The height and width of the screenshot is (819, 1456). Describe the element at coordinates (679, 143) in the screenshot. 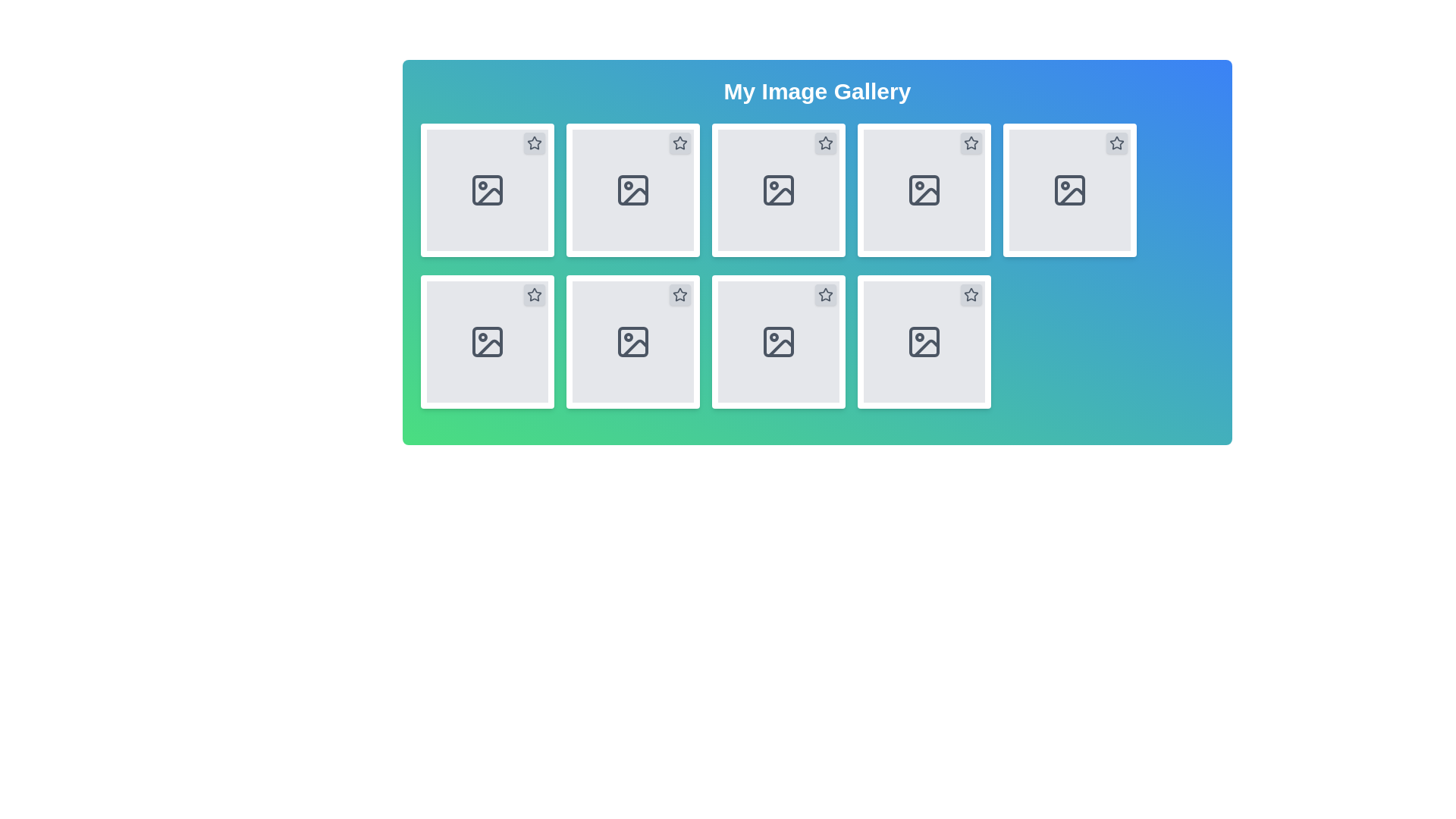

I see `the star icon located in the upper-right corner of the second tile in the first row of the grid layout` at that location.